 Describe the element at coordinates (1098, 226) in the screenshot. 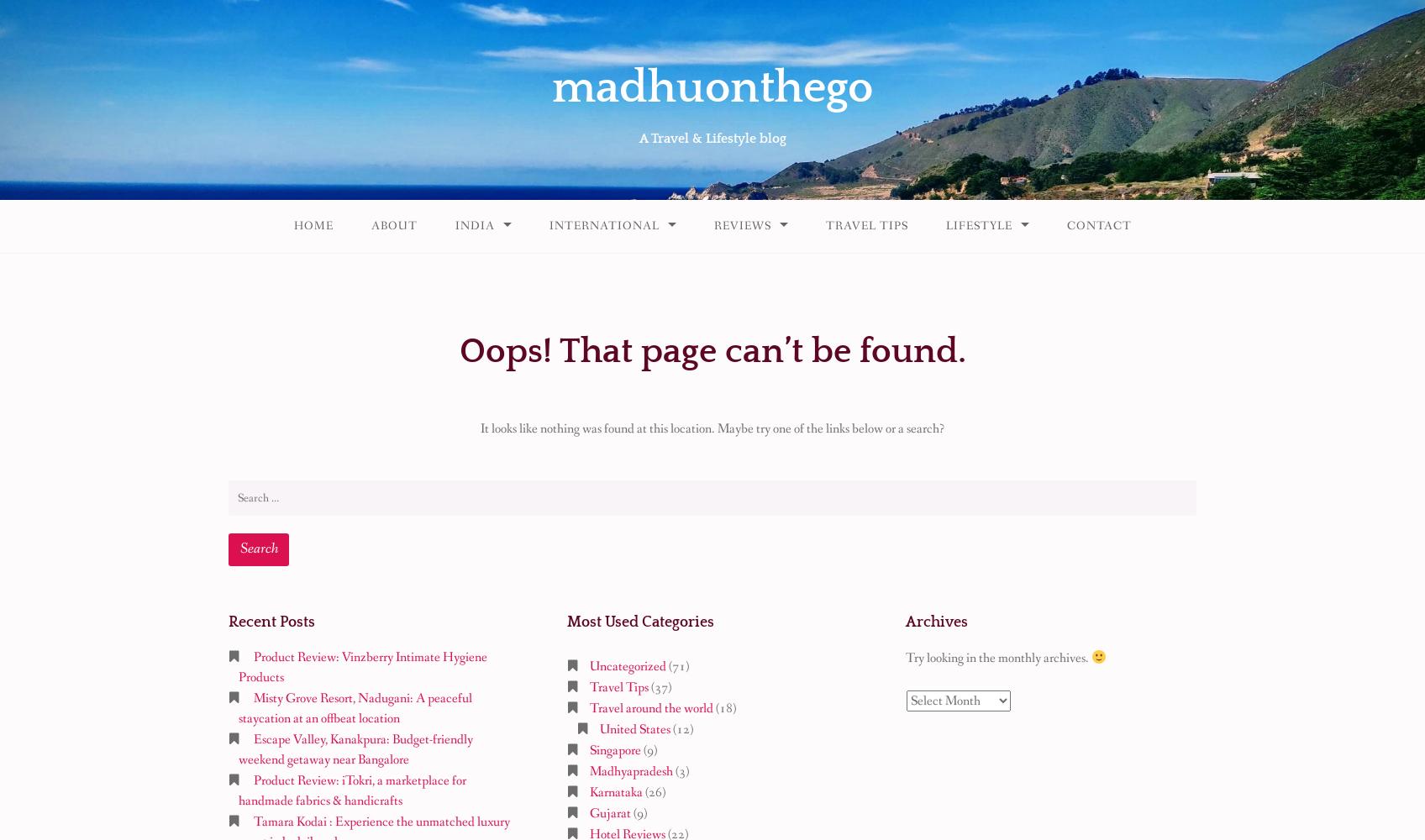

I see `'Contact'` at that location.